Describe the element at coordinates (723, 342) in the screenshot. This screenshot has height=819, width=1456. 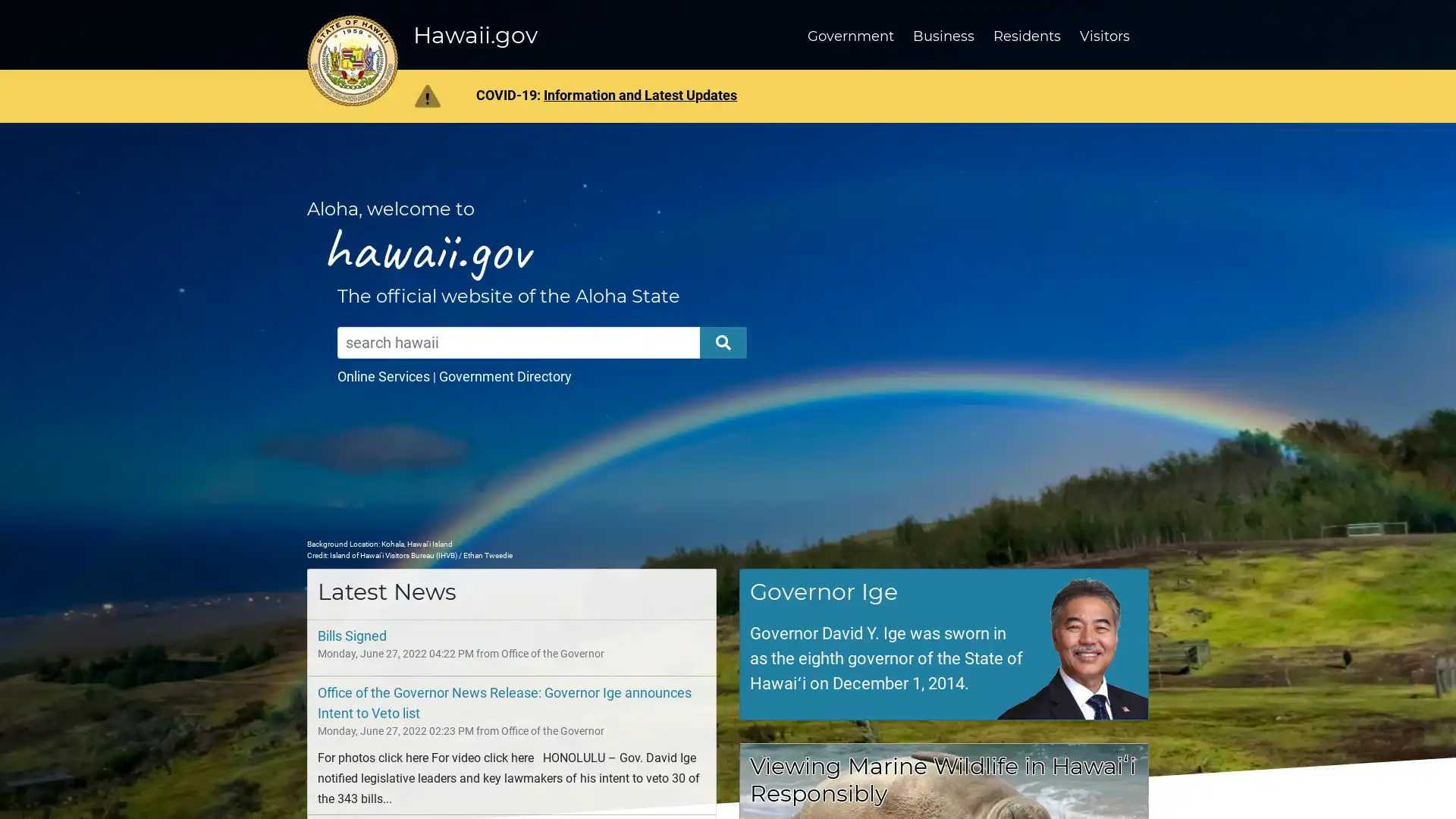
I see `Search` at that location.